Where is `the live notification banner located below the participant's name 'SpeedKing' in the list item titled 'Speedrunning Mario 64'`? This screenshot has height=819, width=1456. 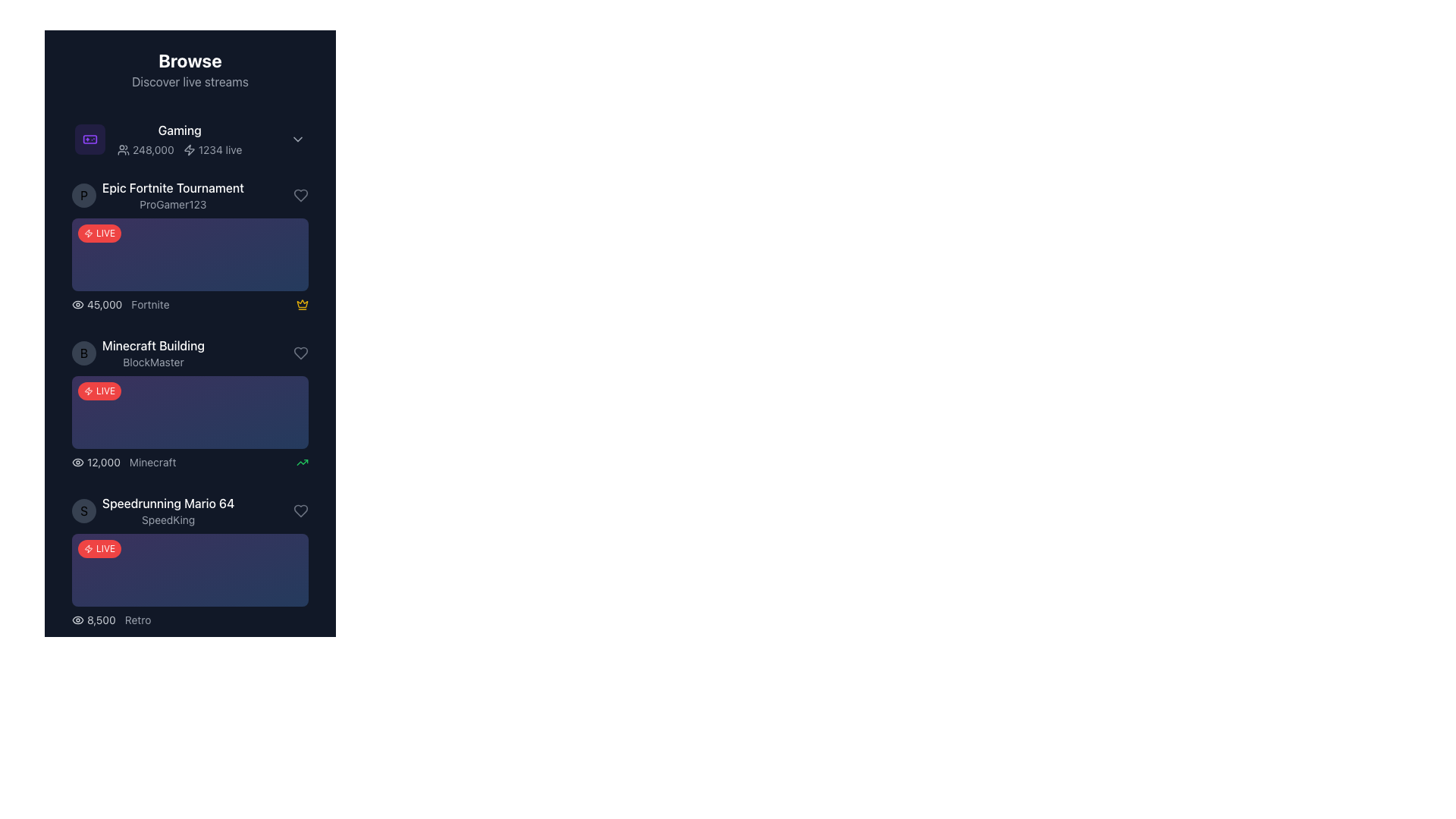 the live notification banner located below the participant's name 'SpeedKing' in the list item titled 'Speedrunning Mario 64' is located at coordinates (189, 570).